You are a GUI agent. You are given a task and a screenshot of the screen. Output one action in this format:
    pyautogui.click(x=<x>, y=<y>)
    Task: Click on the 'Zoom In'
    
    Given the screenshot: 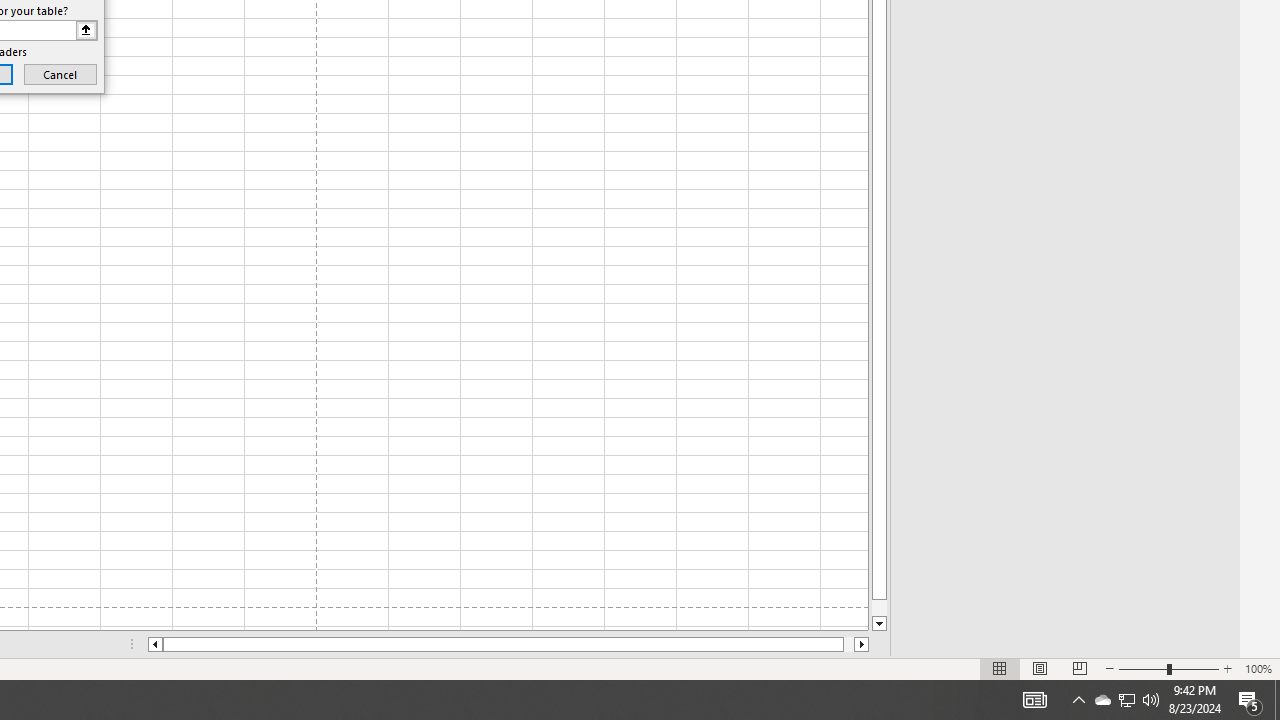 What is the action you would take?
    pyautogui.click(x=1226, y=669)
    